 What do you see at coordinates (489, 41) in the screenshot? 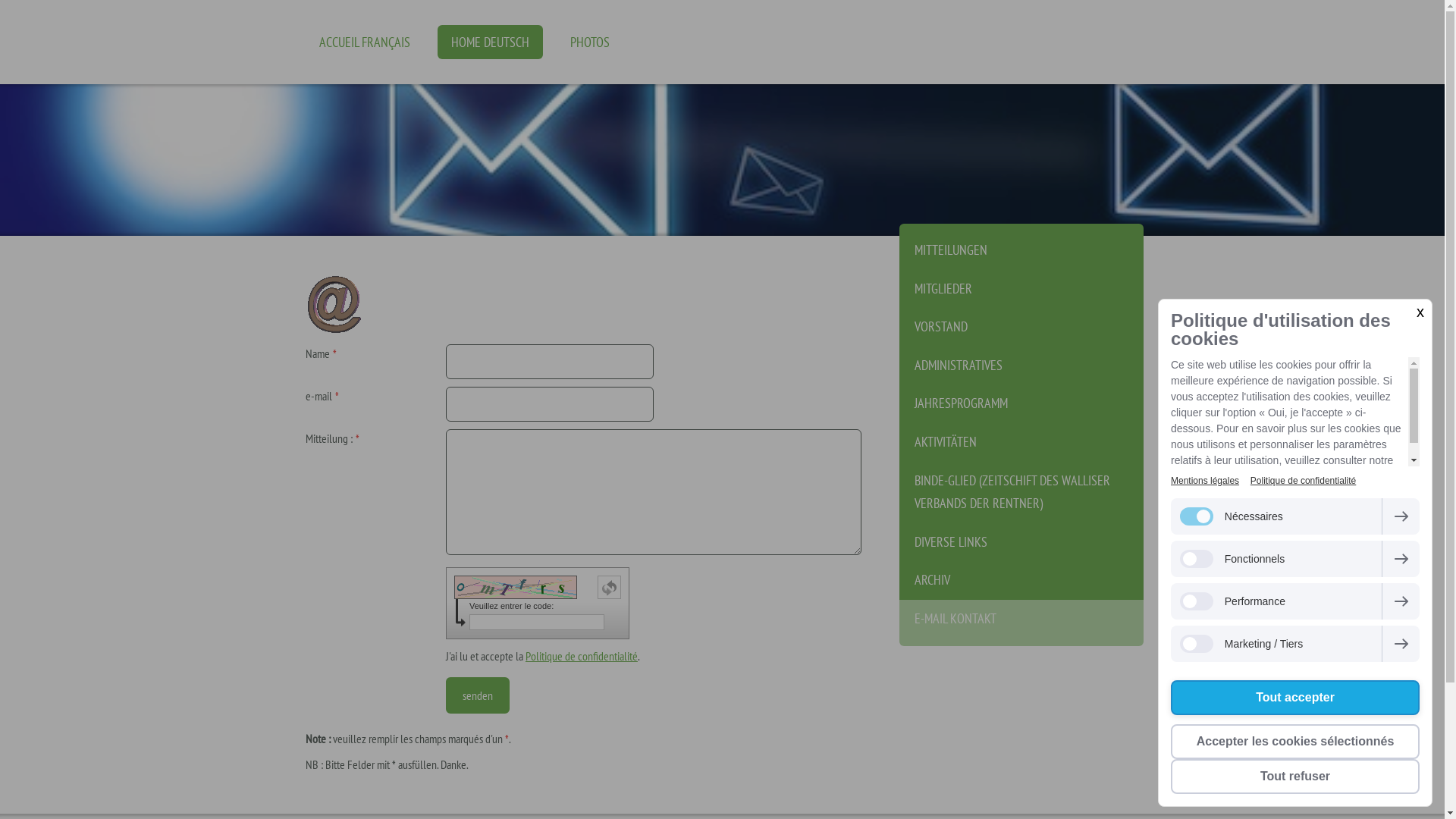
I see `'HOME DEUTSCH'` at bounding box center [489, 41].